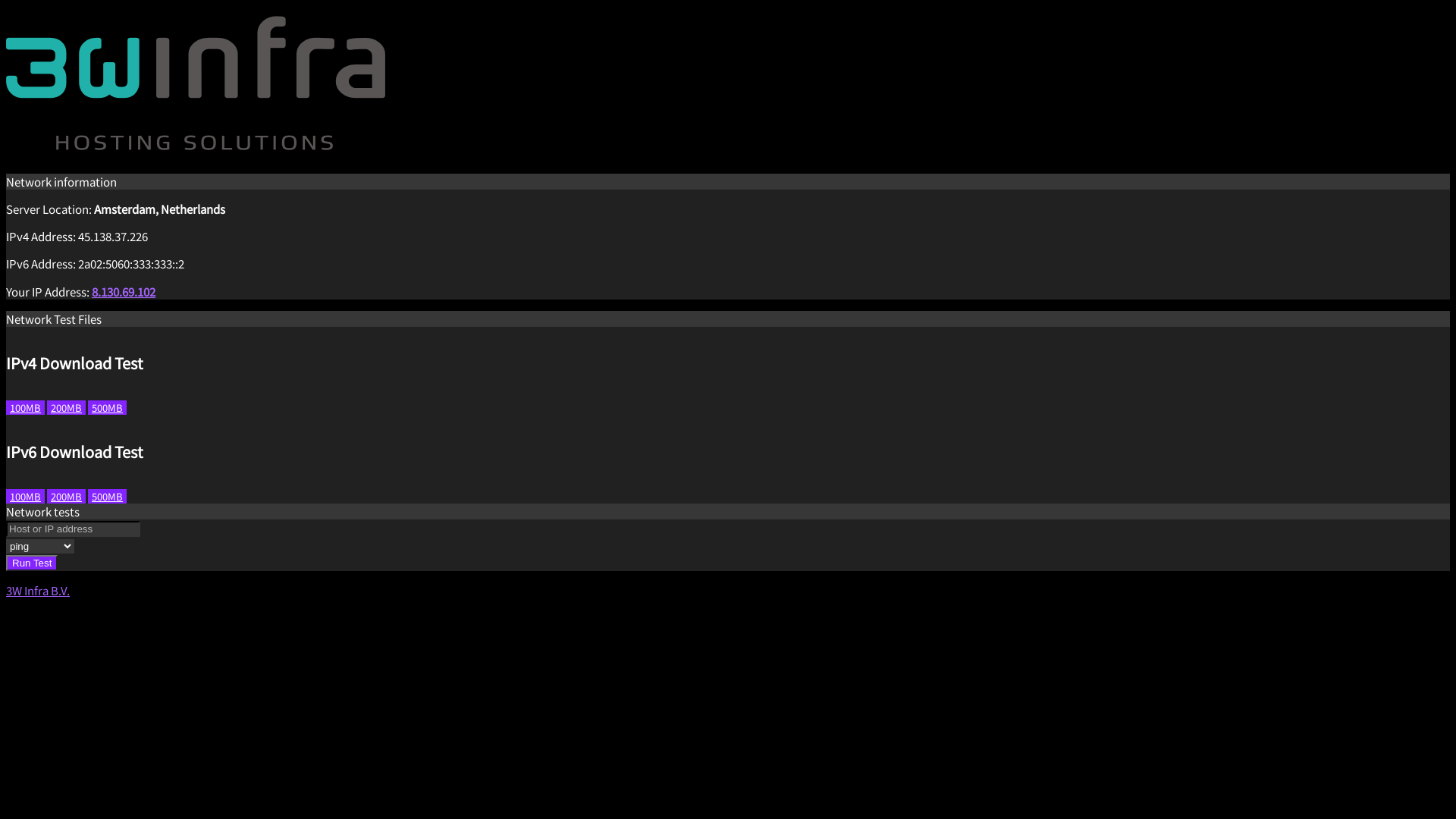  I want to click on '200MB', so click(65, 406).